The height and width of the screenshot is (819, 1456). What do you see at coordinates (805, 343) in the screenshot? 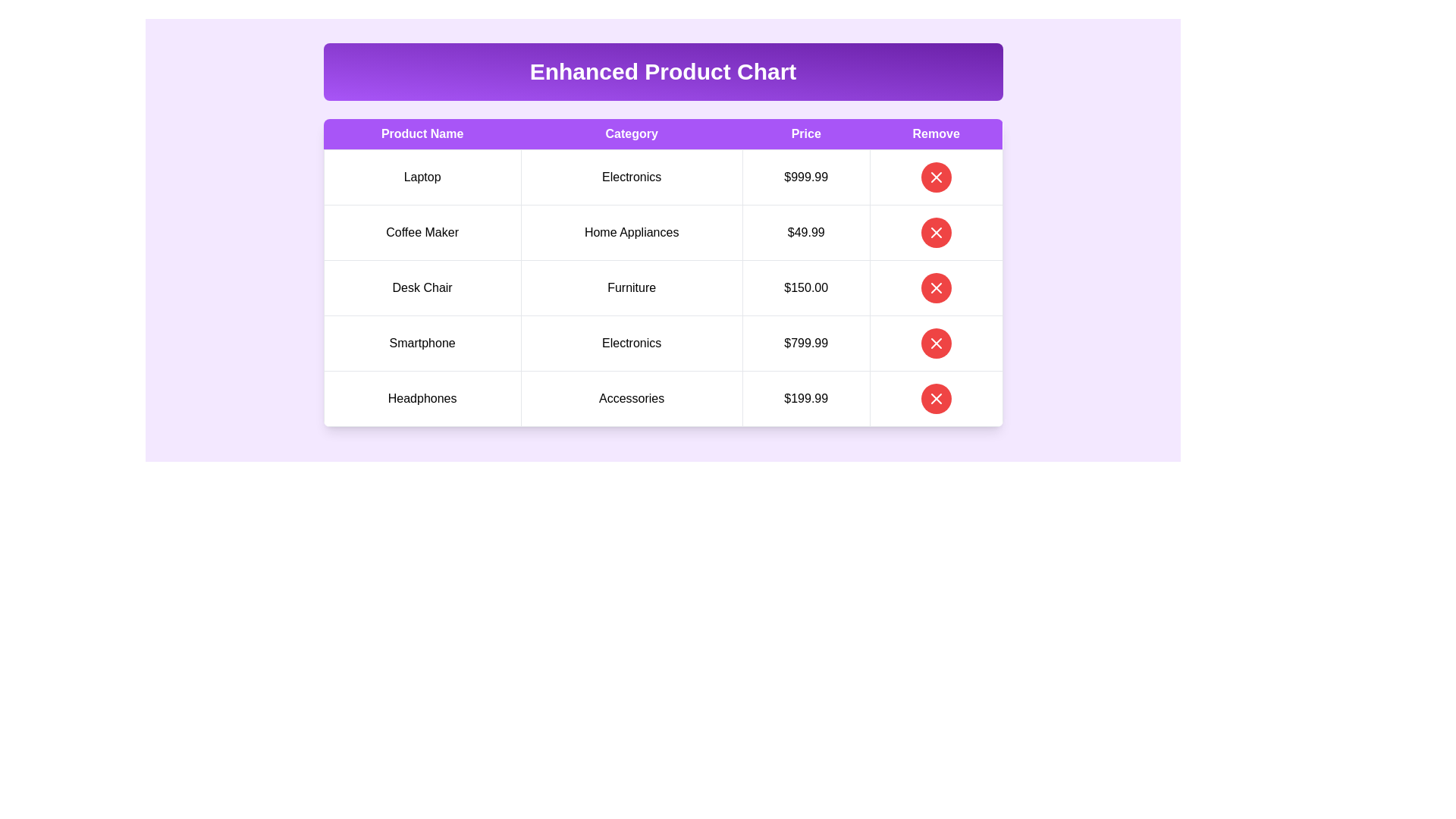
I see `the price text element in the fourth row of the product chart, located under the 'Price' column, which displays the price of the Smartphone product` at bounding box center [805, 343].